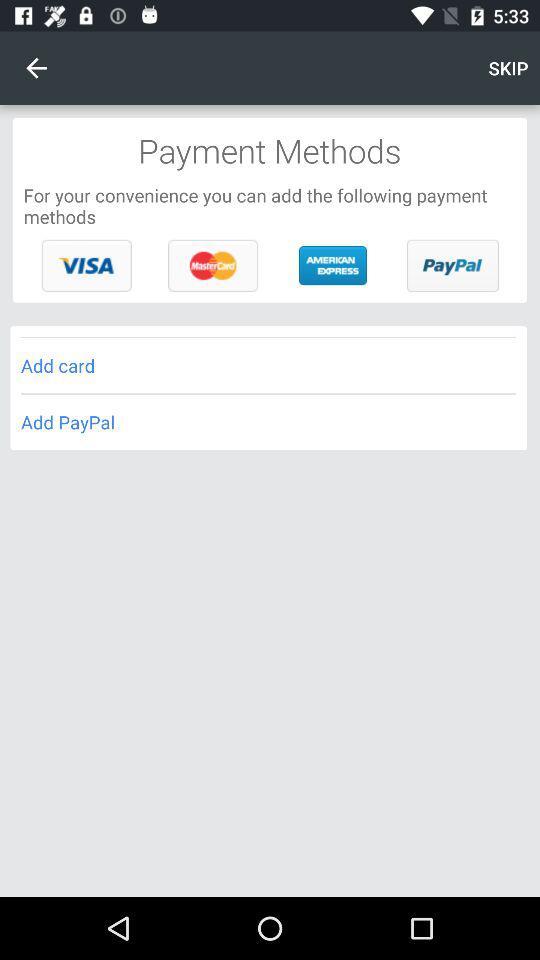  What do you see at coordinates (36, 68) in the screenshot?
I see `icon to the left of the skip item` at bounding box center [36, 68].